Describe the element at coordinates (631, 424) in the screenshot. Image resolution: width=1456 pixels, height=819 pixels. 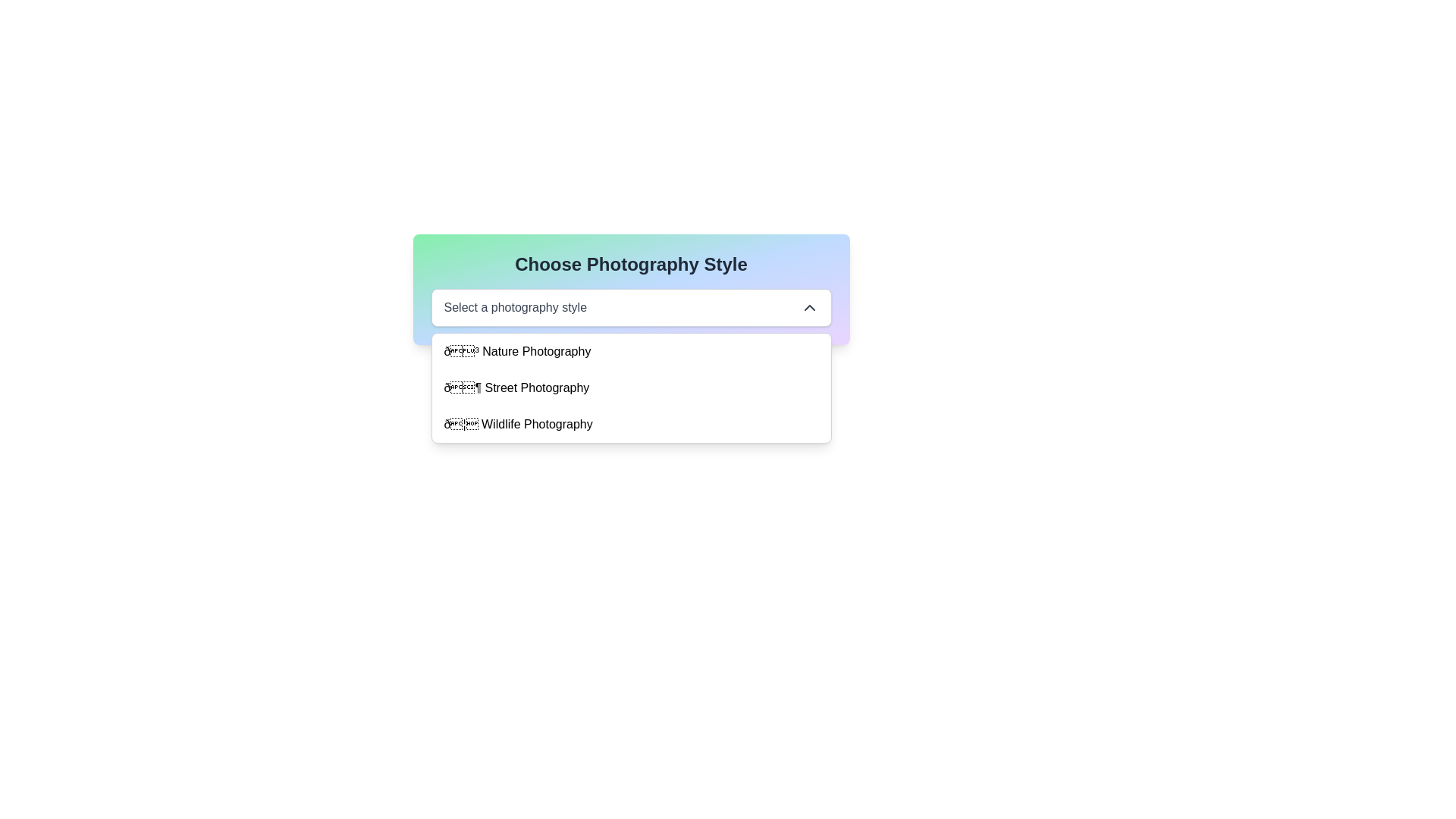
I see `the '🦁 Wildlife Photography' dropdown menu option` at that location.